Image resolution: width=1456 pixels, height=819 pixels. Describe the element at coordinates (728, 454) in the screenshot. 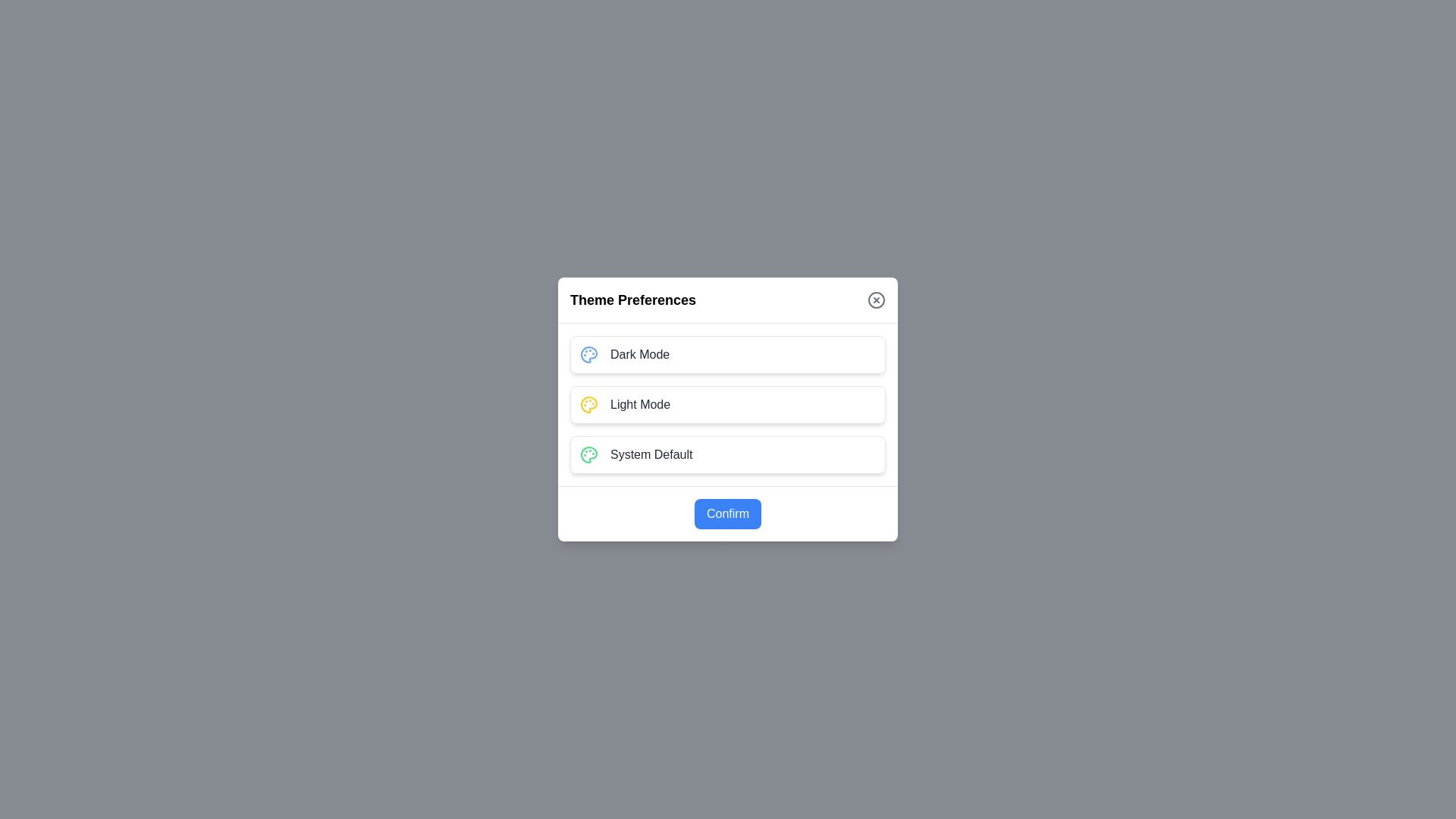

I see `the theme preference by clicking on the option corresponding to System Default` at that location.